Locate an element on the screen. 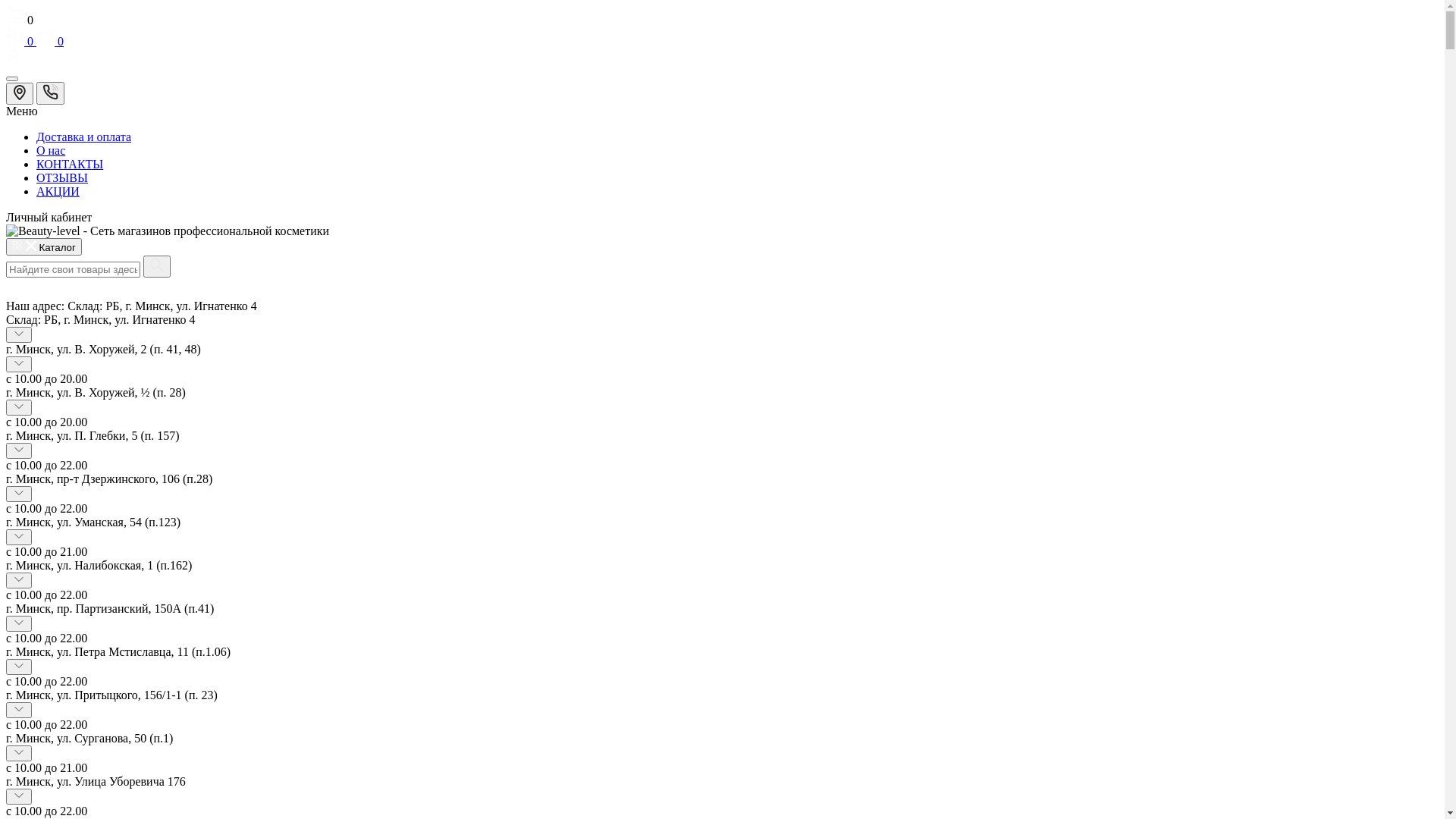 Image resolution: width=1456 pixels, height=819 pixels. '0' is located at coordinates (21, 40).